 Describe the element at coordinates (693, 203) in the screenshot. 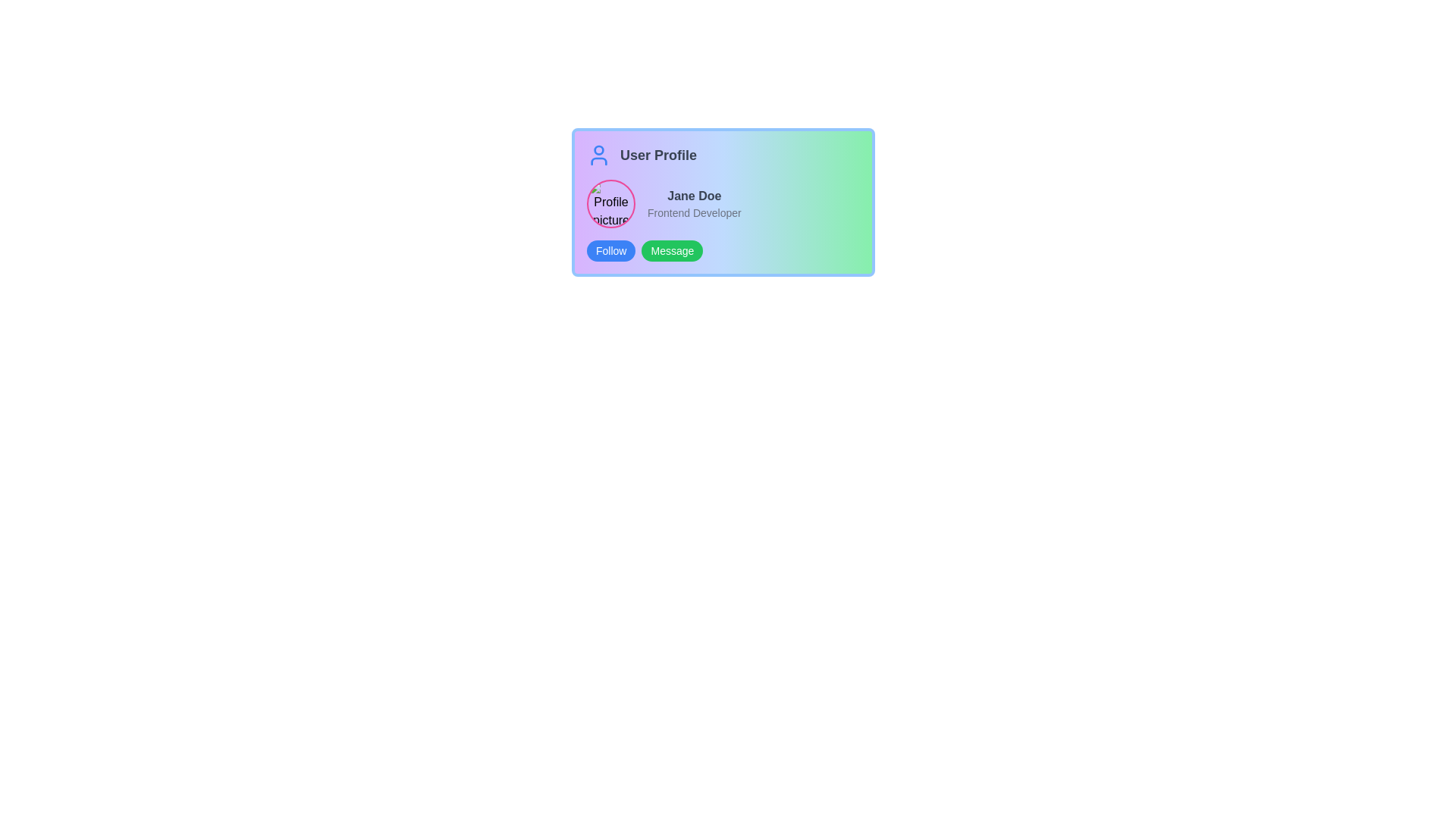

I see `information displayed in the text block containing the name 'Jane Doe' and the title 'Frontend Developer', which is right-aligned next to the profile image` at that location.